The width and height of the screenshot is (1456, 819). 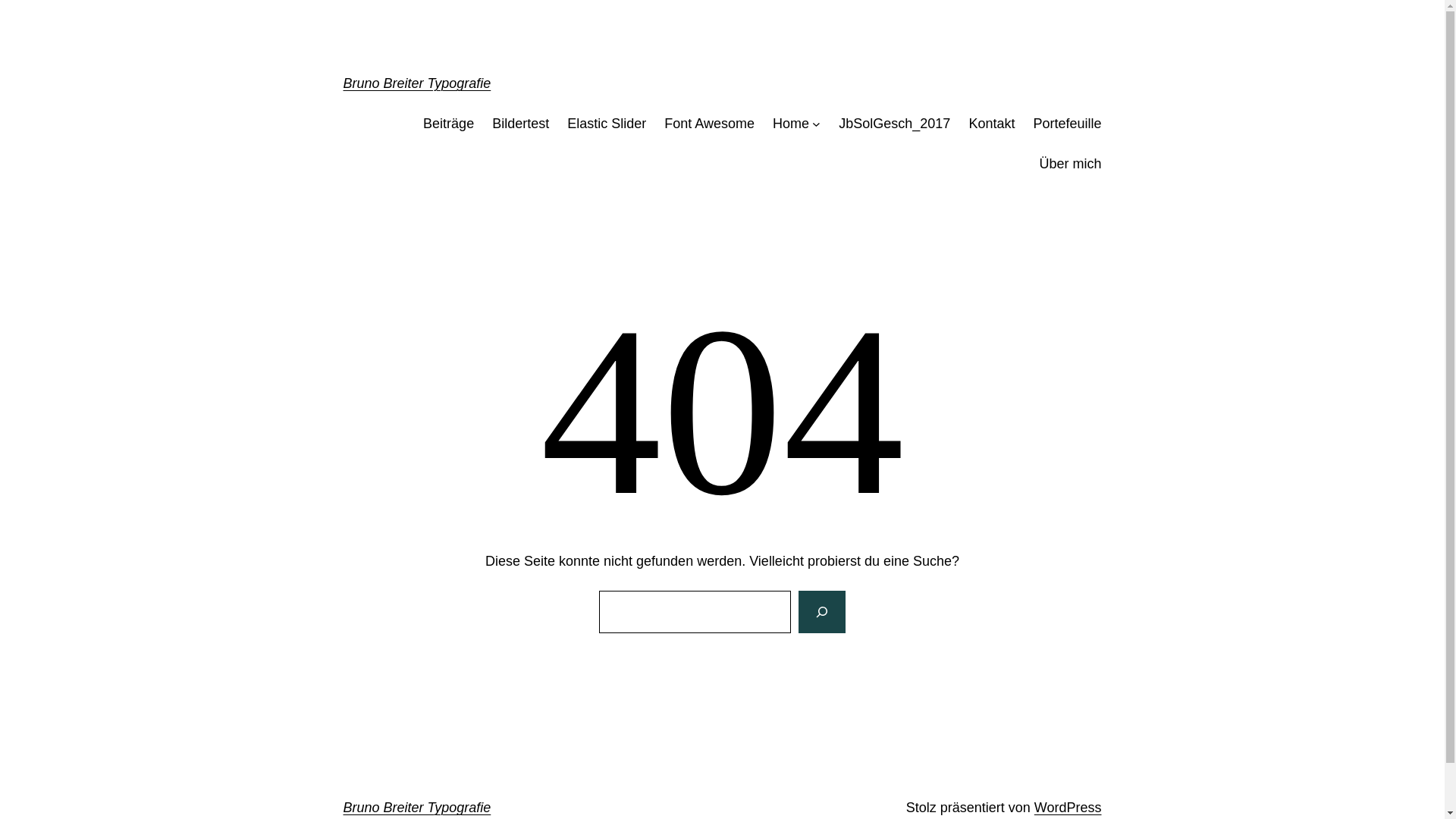 I want to click on 'Portefeuille', so click(x=1065, y=123).